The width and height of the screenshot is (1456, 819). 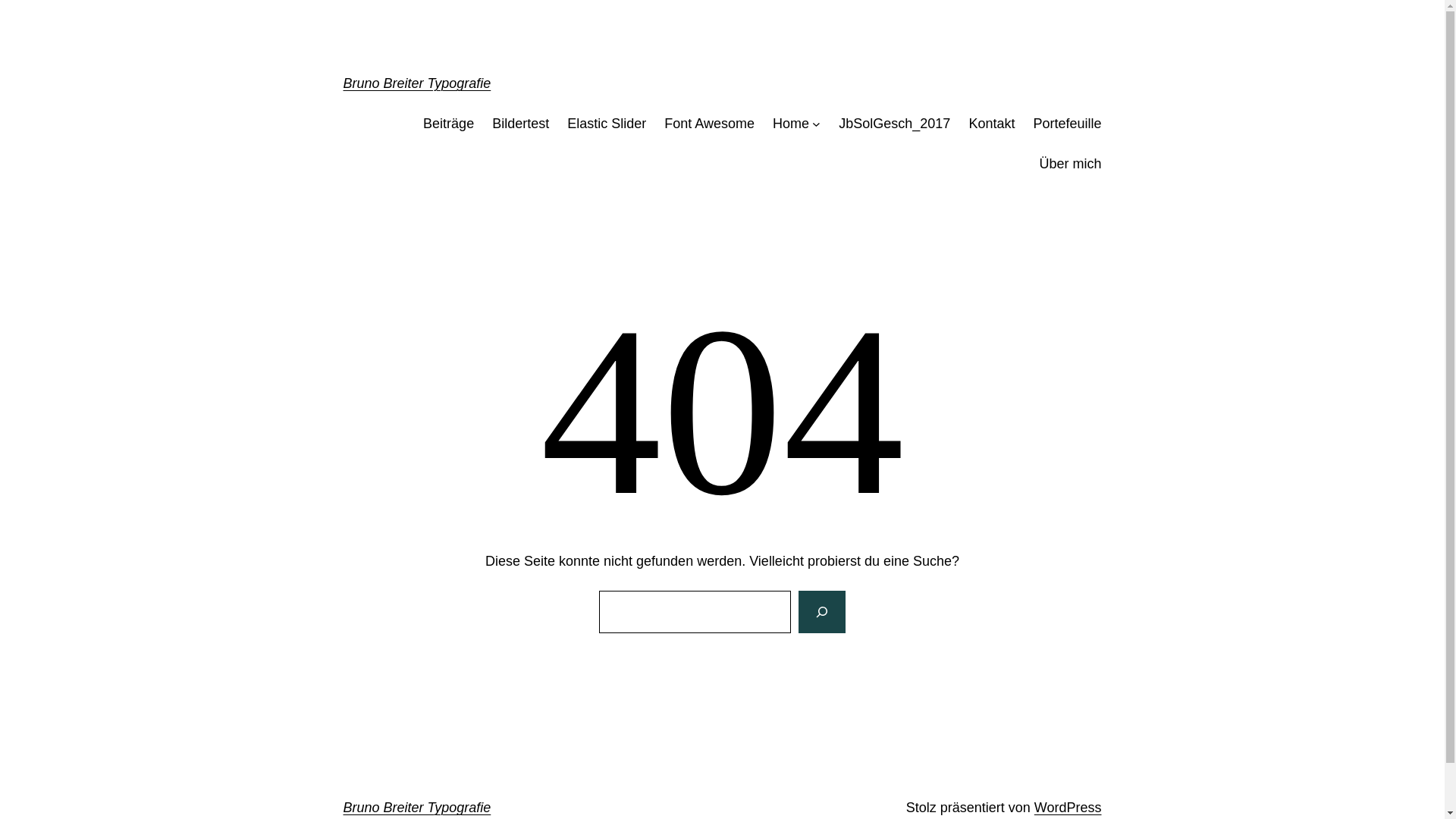 I want to click on 'Portefeuille', so click(x=1065, y=123).